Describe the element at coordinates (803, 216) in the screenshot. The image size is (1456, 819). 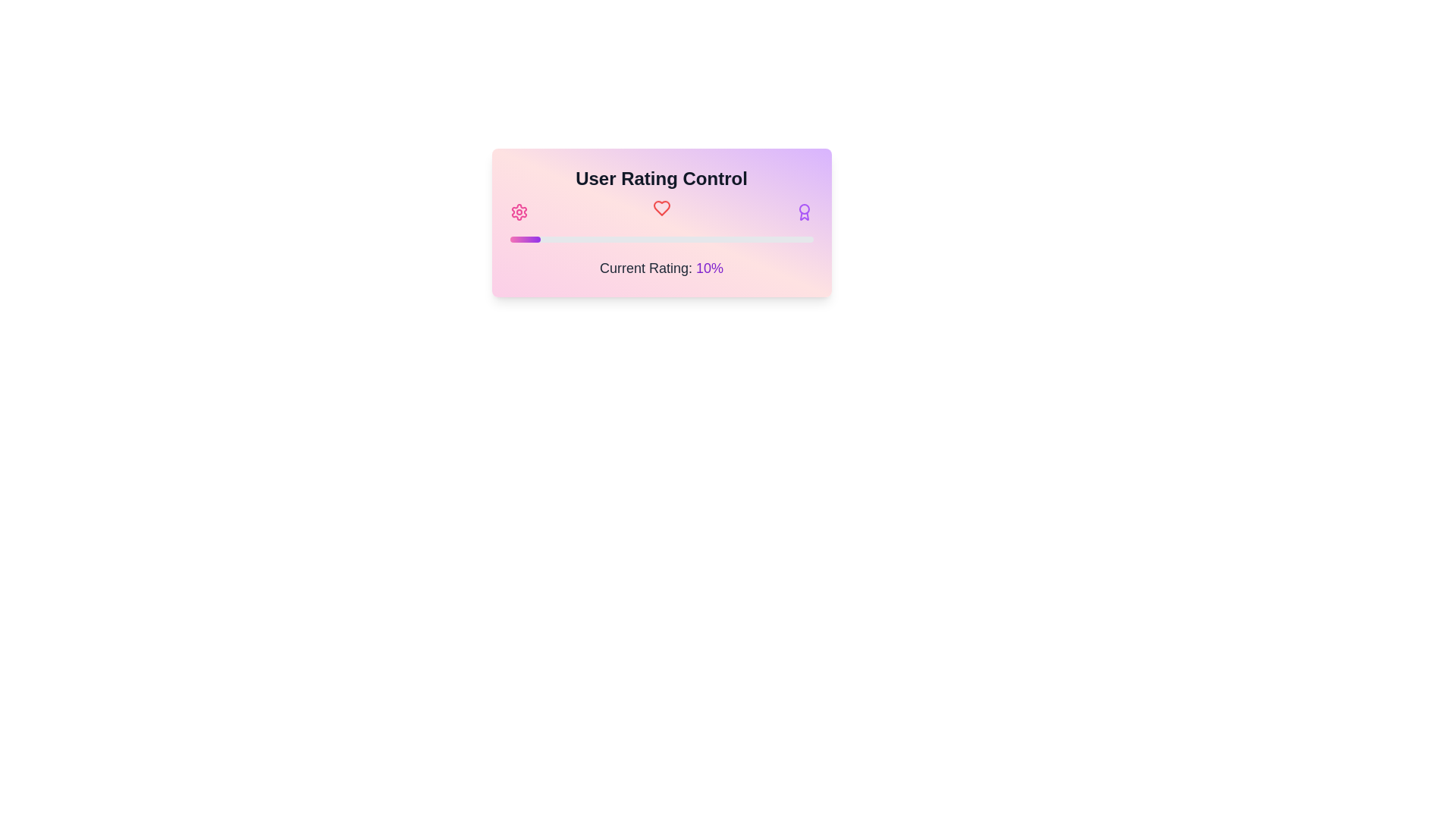
I see `the award ribbon icon component, which is a small graphical element styled with a stroke color matching the text, located on the right-hand side of the main circular element` at that location.